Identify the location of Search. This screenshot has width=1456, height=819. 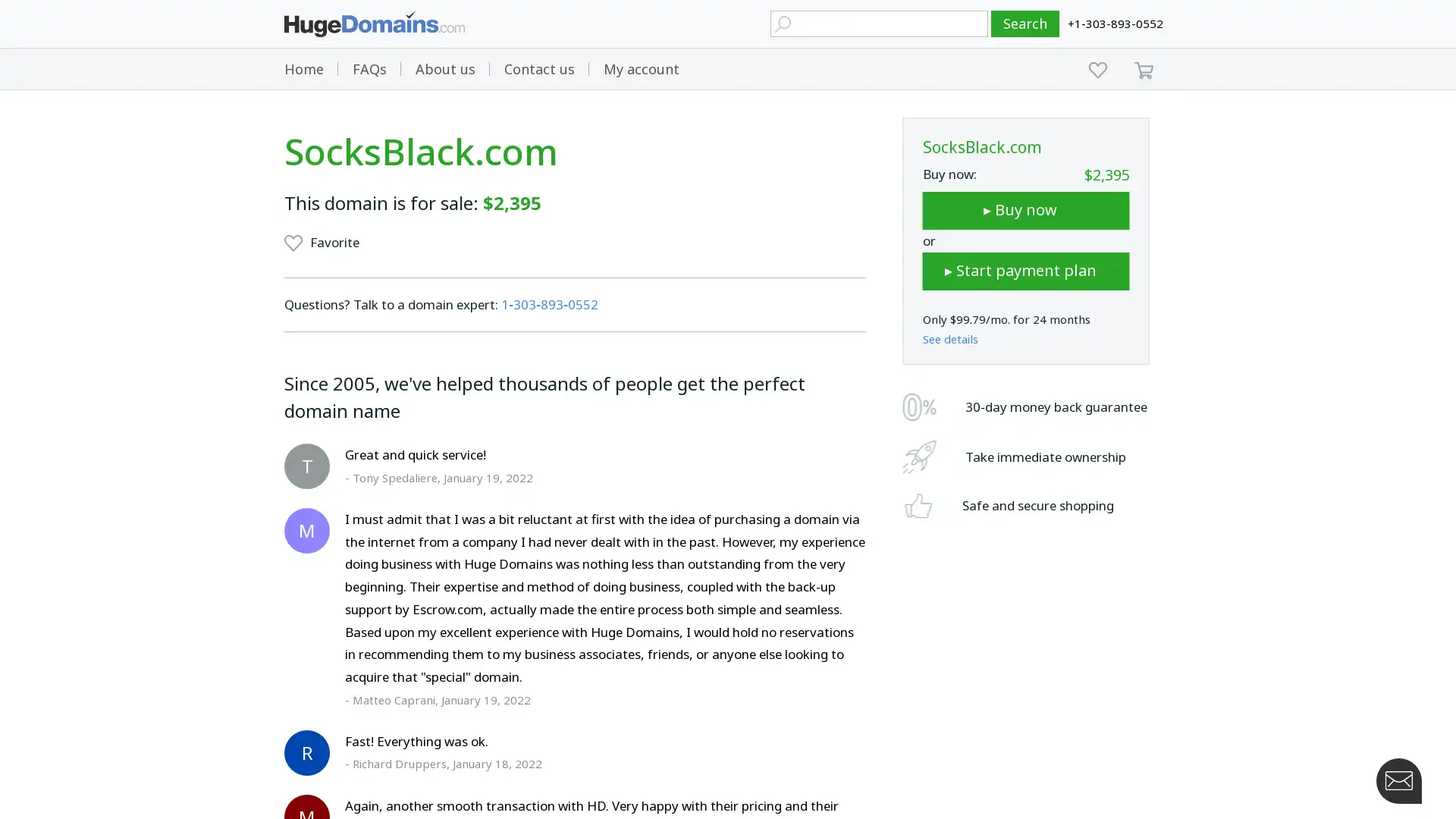
(1025, 24).